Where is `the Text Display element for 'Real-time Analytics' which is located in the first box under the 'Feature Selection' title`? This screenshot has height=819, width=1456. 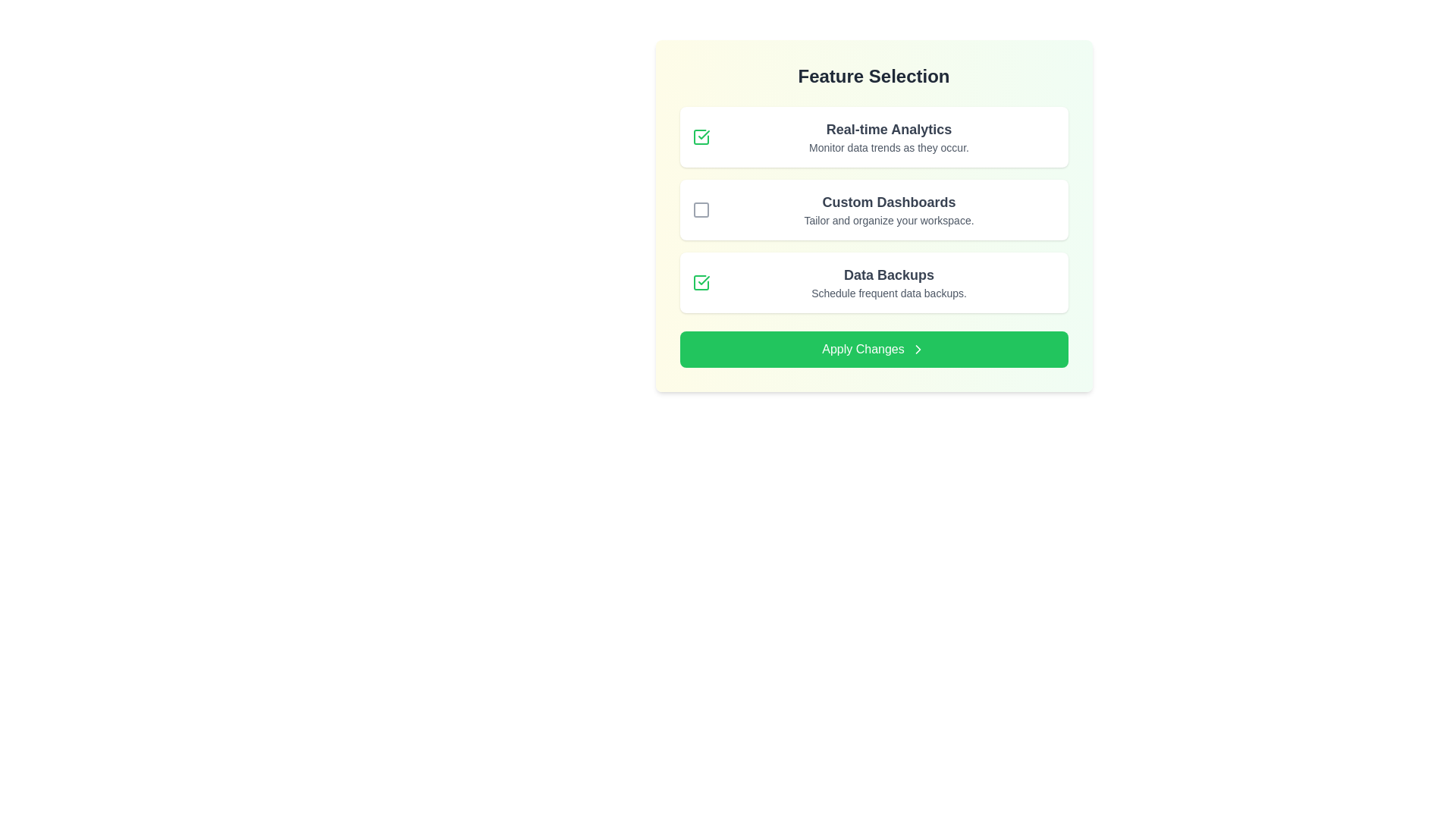 the Text Display element for 'Real-time Analytics' which is located in the first box under the 'Feature Selection' title is located at coordinates (889, 137).